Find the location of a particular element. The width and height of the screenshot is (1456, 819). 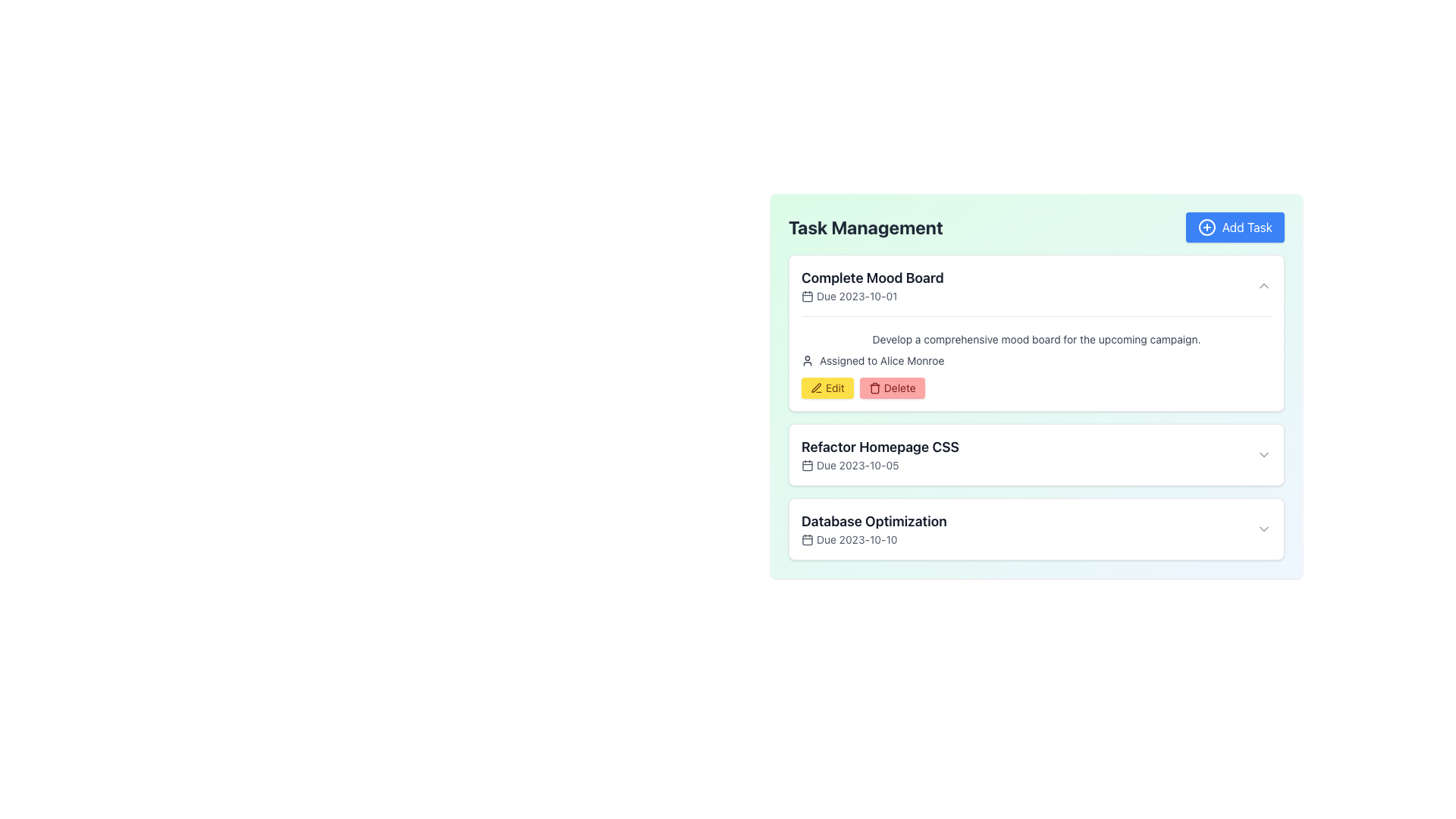

the label displaying the due date for the task located under the 'Complete Mood Board' header, which is the second line of content in the task description card is located at coordinates (872, 296).